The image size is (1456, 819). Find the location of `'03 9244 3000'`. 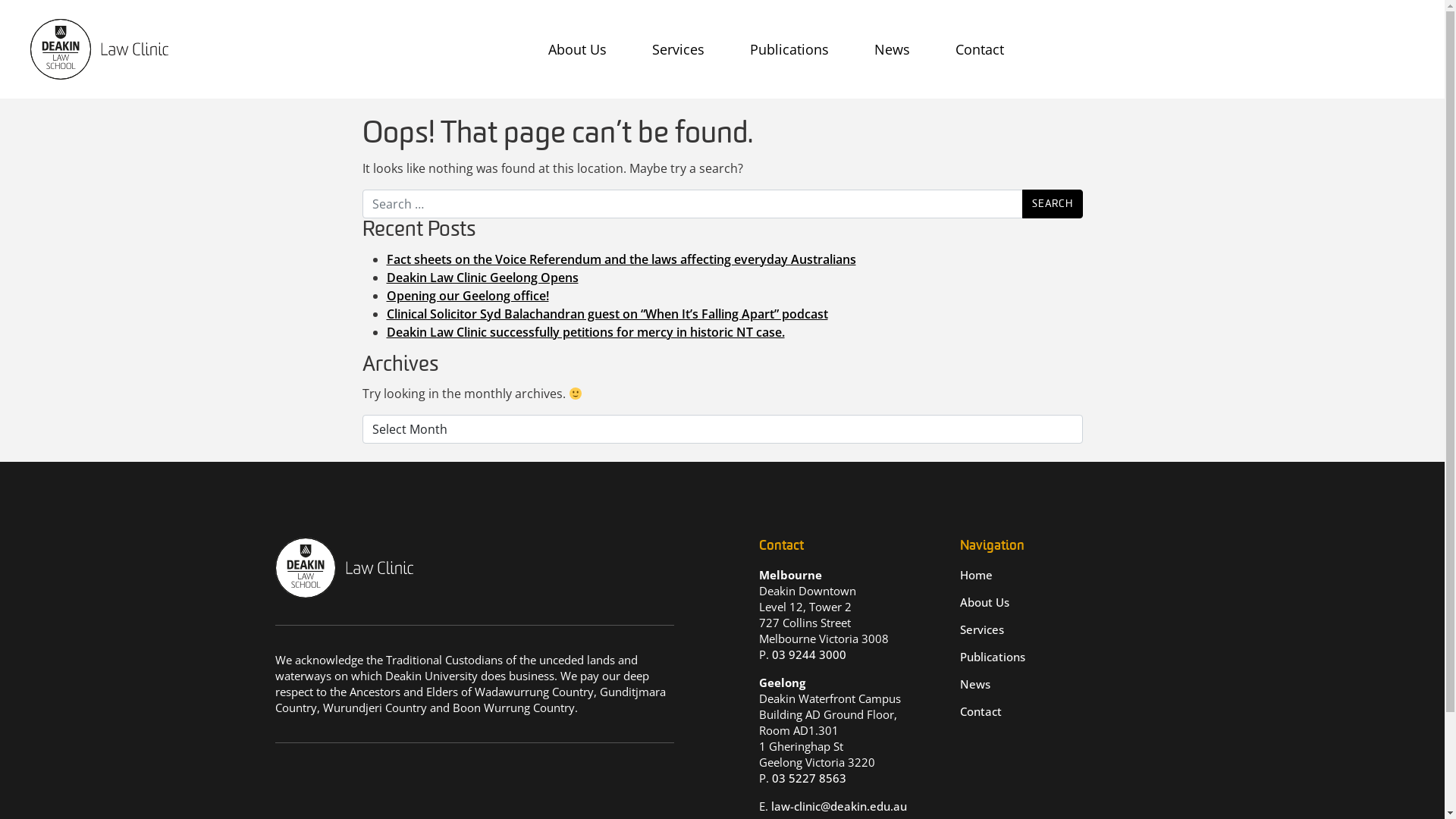

'03 9244 3000' is located at coordinates (771, 654).